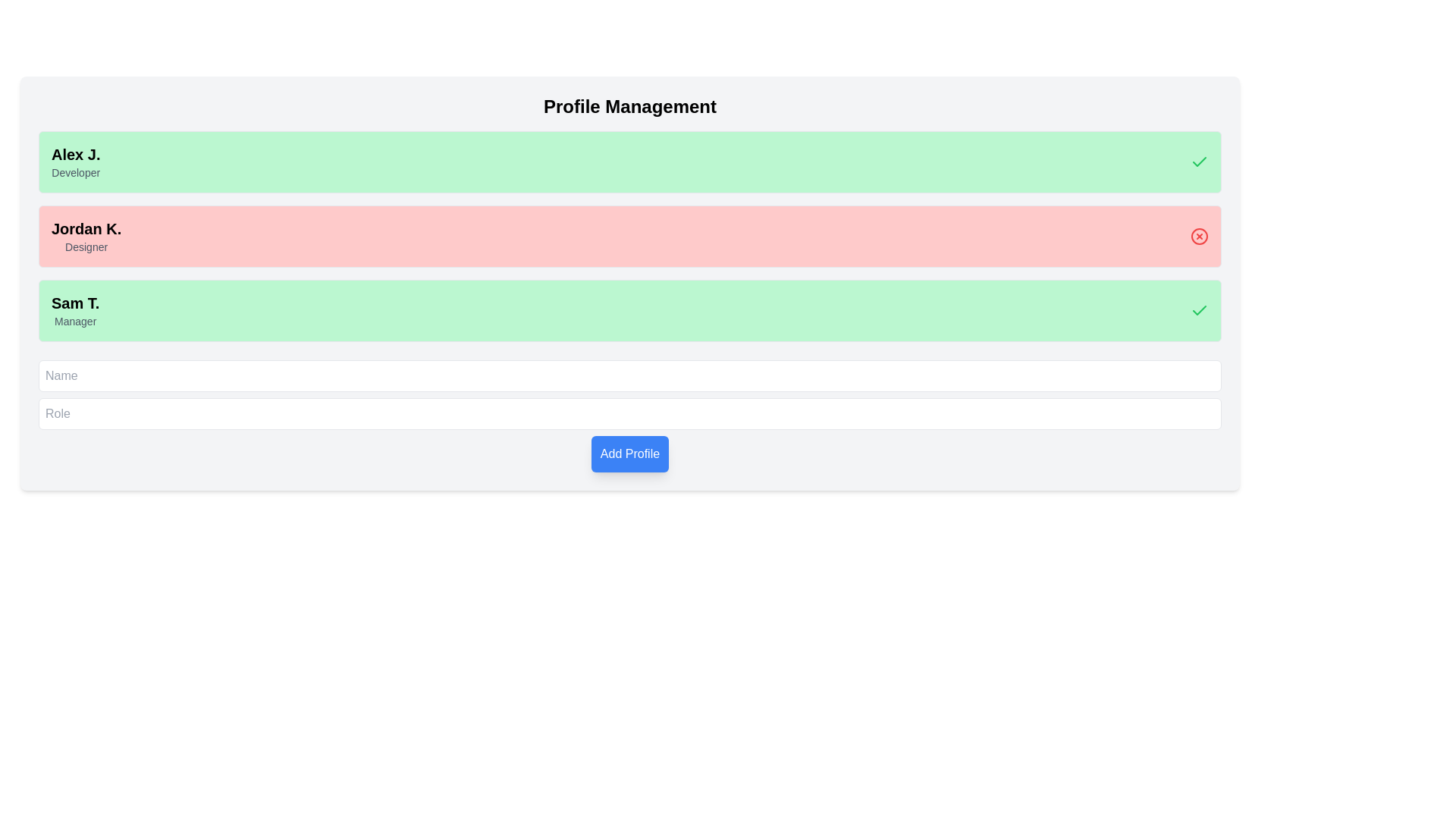 The width and height of the screenshot is (1456, 819). Describe the element at coordinates (1199, 237) in the screenshot. I see `the red circular button with a cross inside, which is positioned to the right of 'Jordan K.' and below 'Profile Management'` at that location.